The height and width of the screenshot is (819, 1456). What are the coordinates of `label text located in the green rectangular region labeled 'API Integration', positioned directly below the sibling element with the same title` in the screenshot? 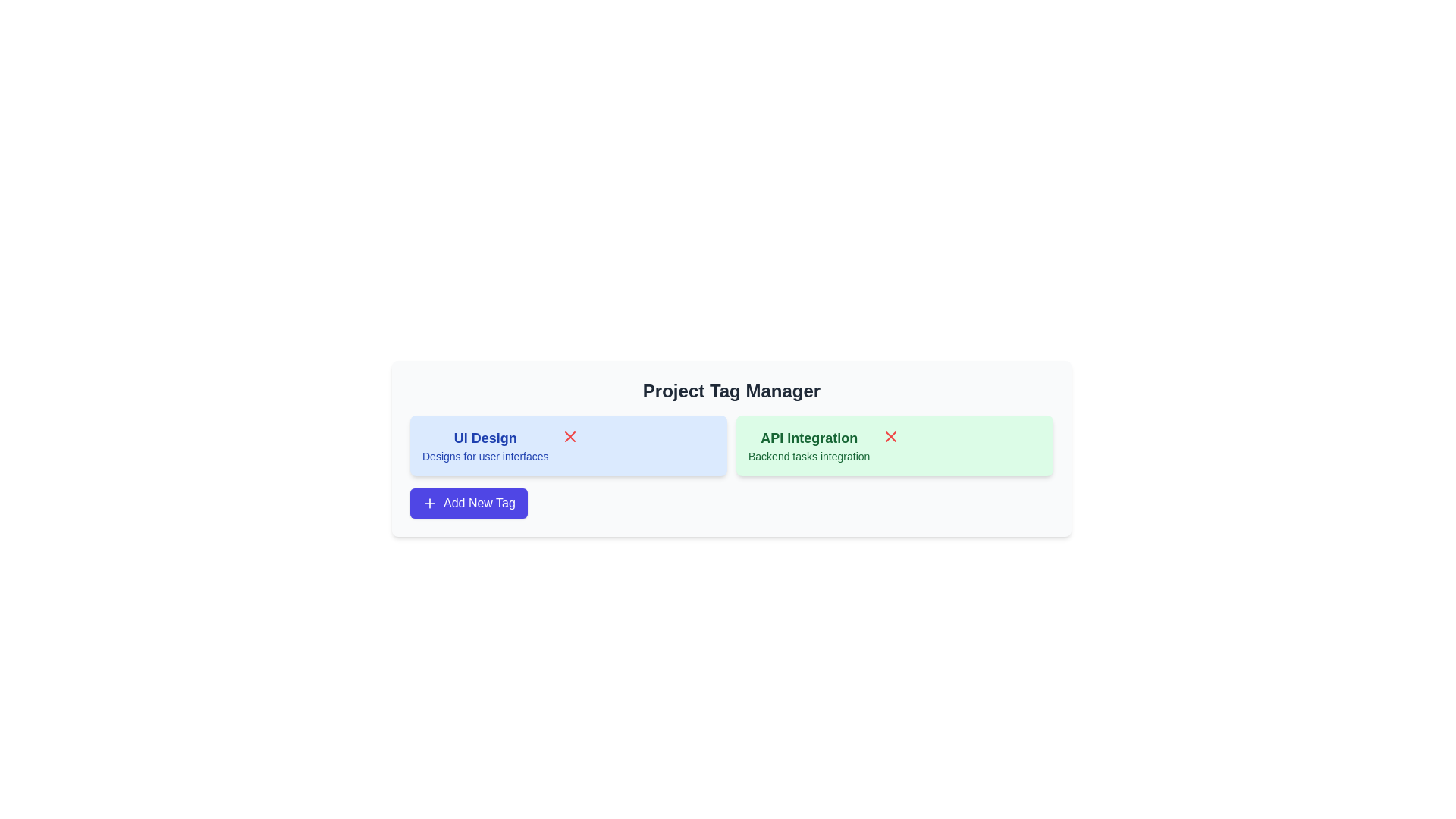 It's located at (808, 455).